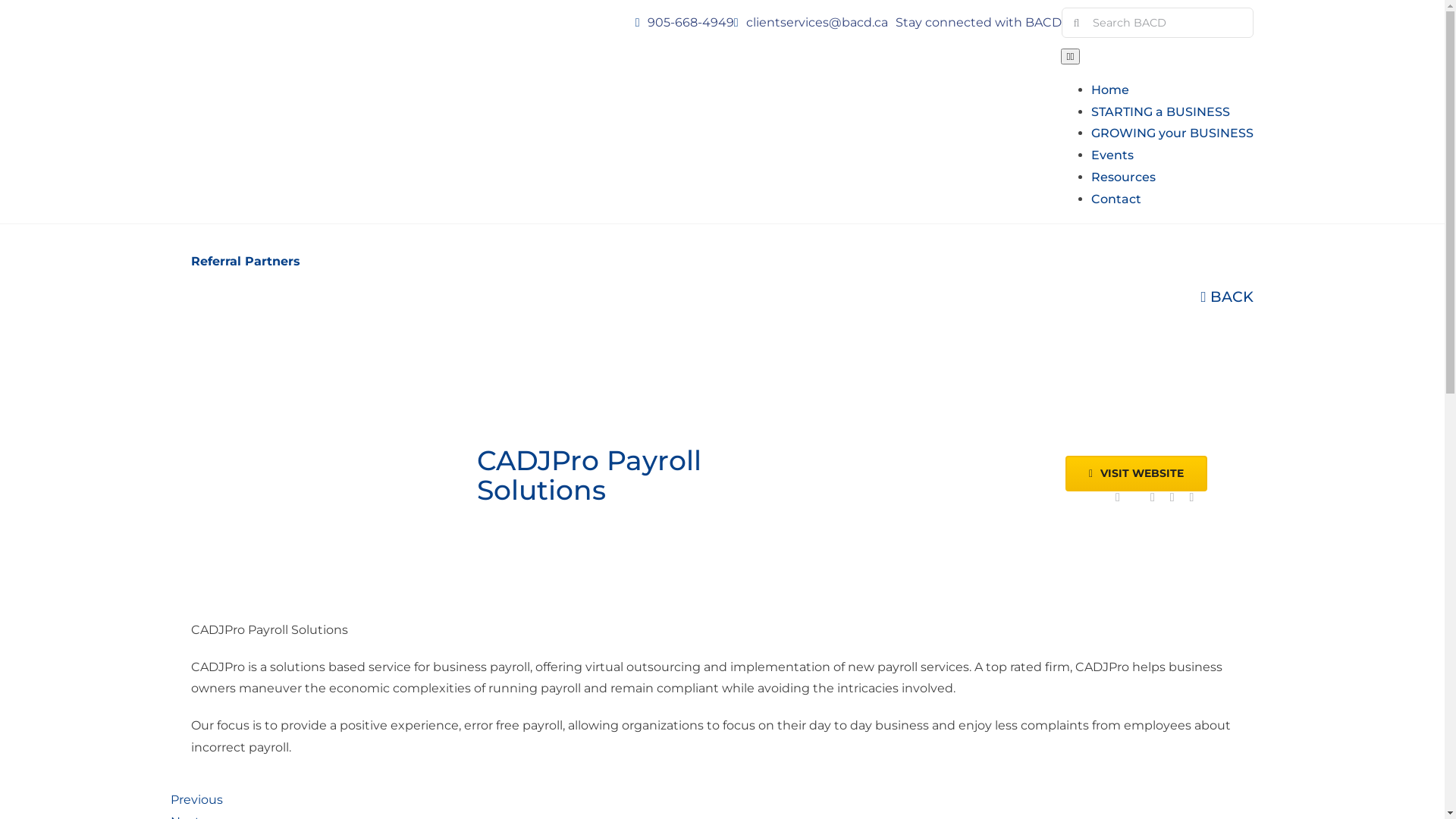 The height and width of the screenshot is (819, 1456). What do you see at coordinates (690, 22) in the screenshot?
I see `'905-668-4949'` at bounding box center [690, 22].